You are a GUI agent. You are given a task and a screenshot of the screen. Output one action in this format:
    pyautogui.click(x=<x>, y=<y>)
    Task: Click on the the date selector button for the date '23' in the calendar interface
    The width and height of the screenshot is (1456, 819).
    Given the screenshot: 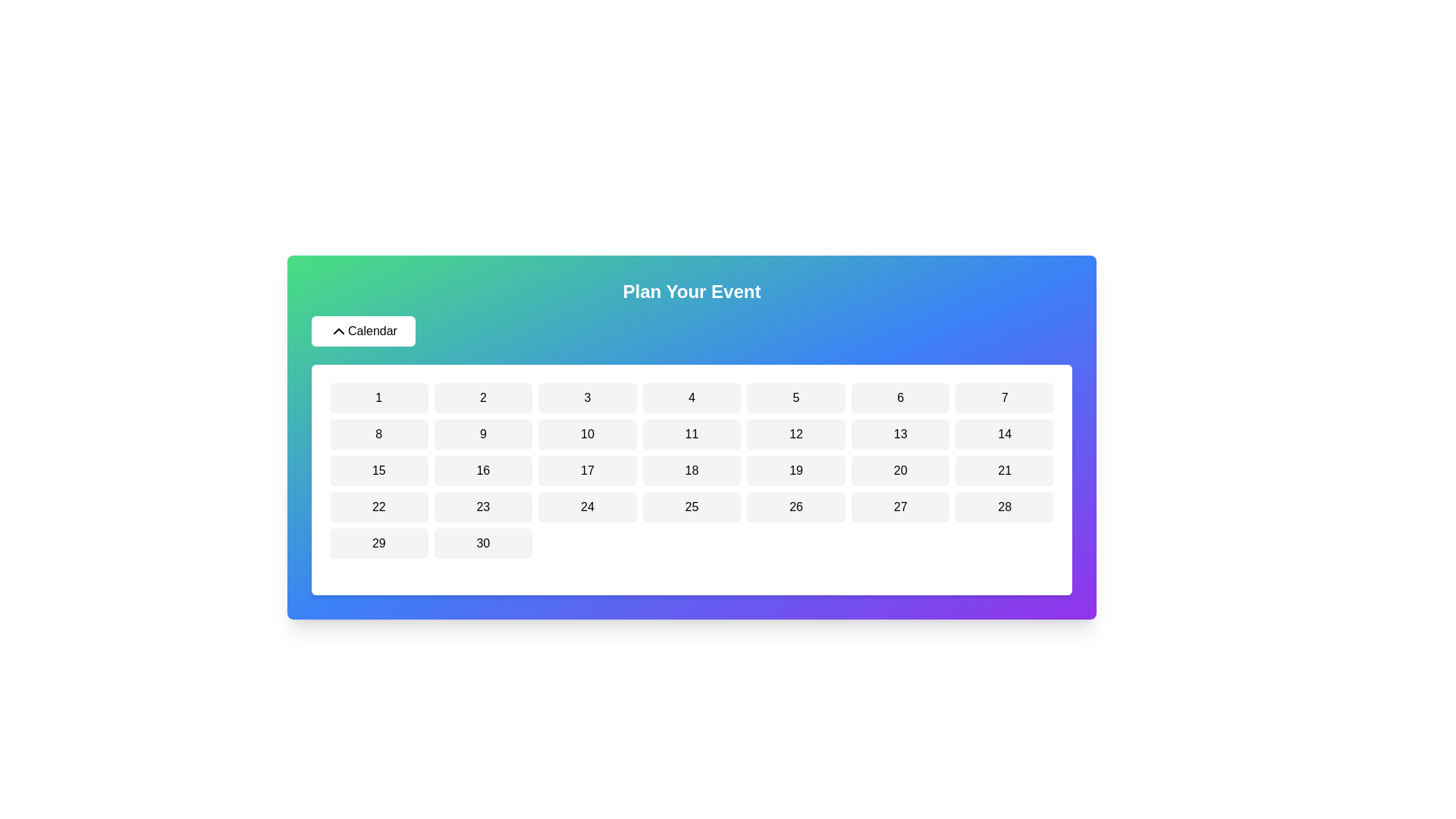 What is the action you would take?
    pyautogui.click(x=482, y=507)
    